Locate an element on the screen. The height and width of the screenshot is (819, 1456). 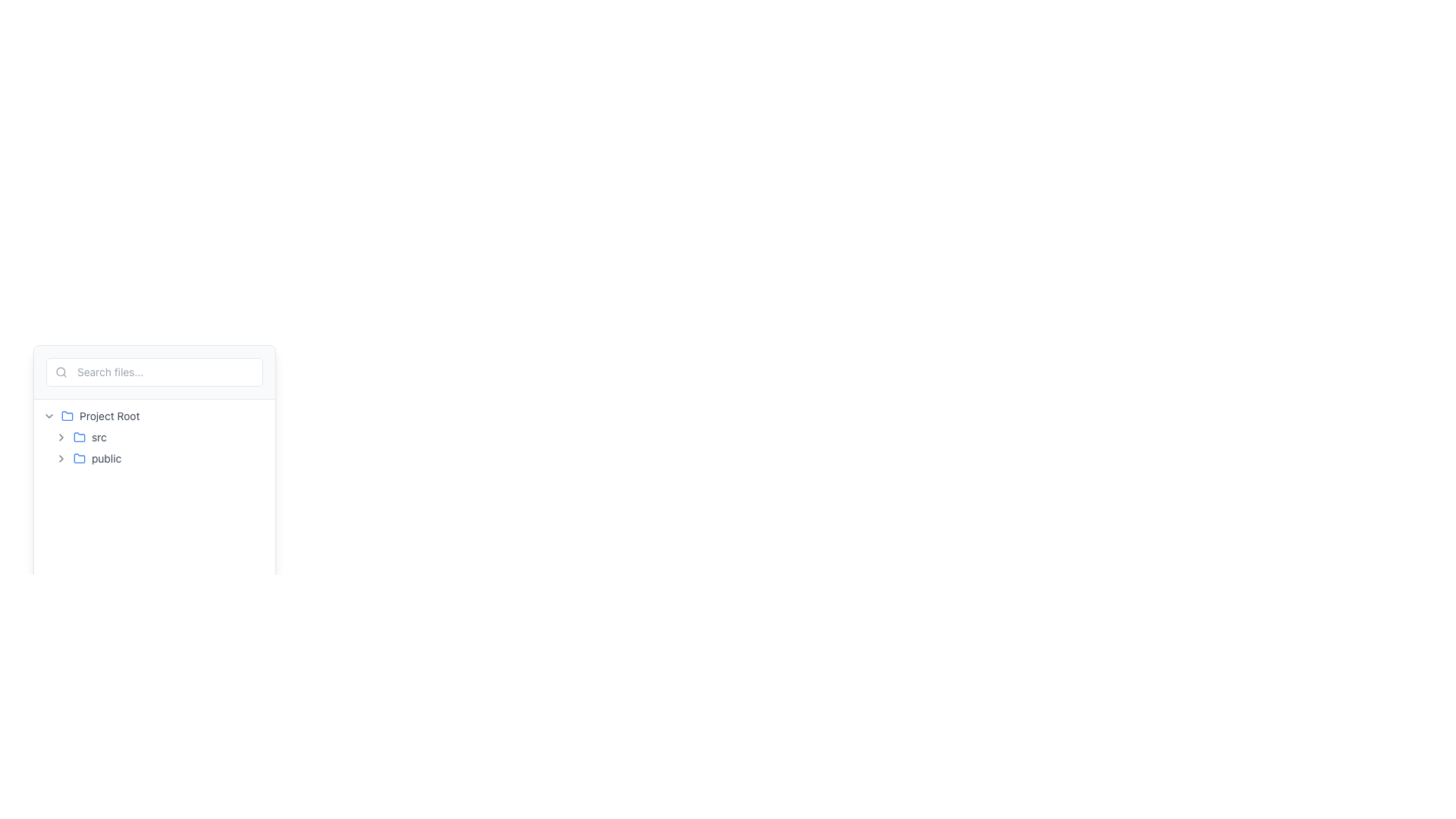
the Chevron-right icon, which is a gray arrow icon pointing to the right, located to the left of the text 'public' is located at coordinates (61, 458).